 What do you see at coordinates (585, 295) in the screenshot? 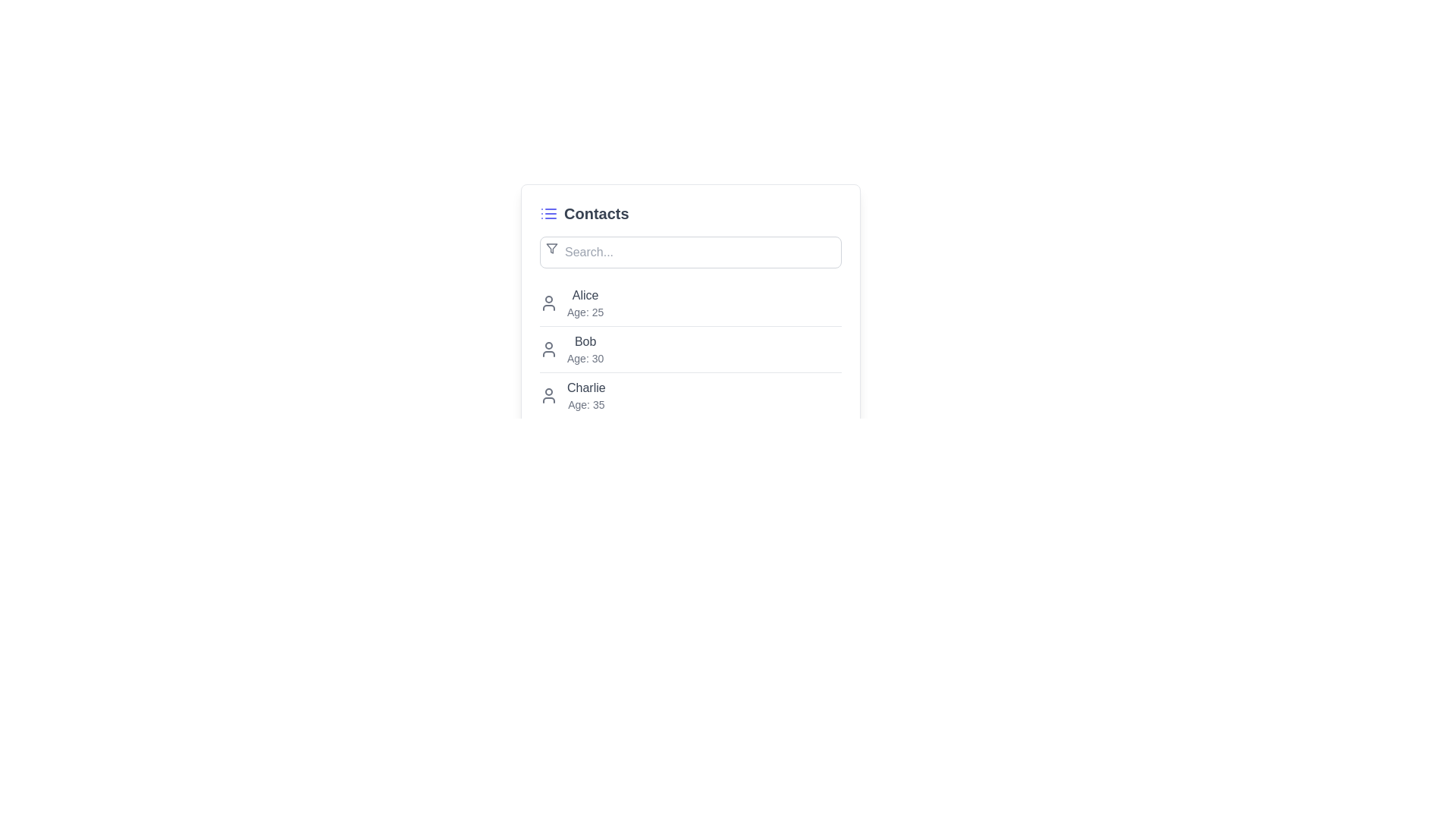
I see `the static text label displaying 'Alice' in gray font, which is part of the contact list and located at the top of the interface` at bounding box center [585, 295].